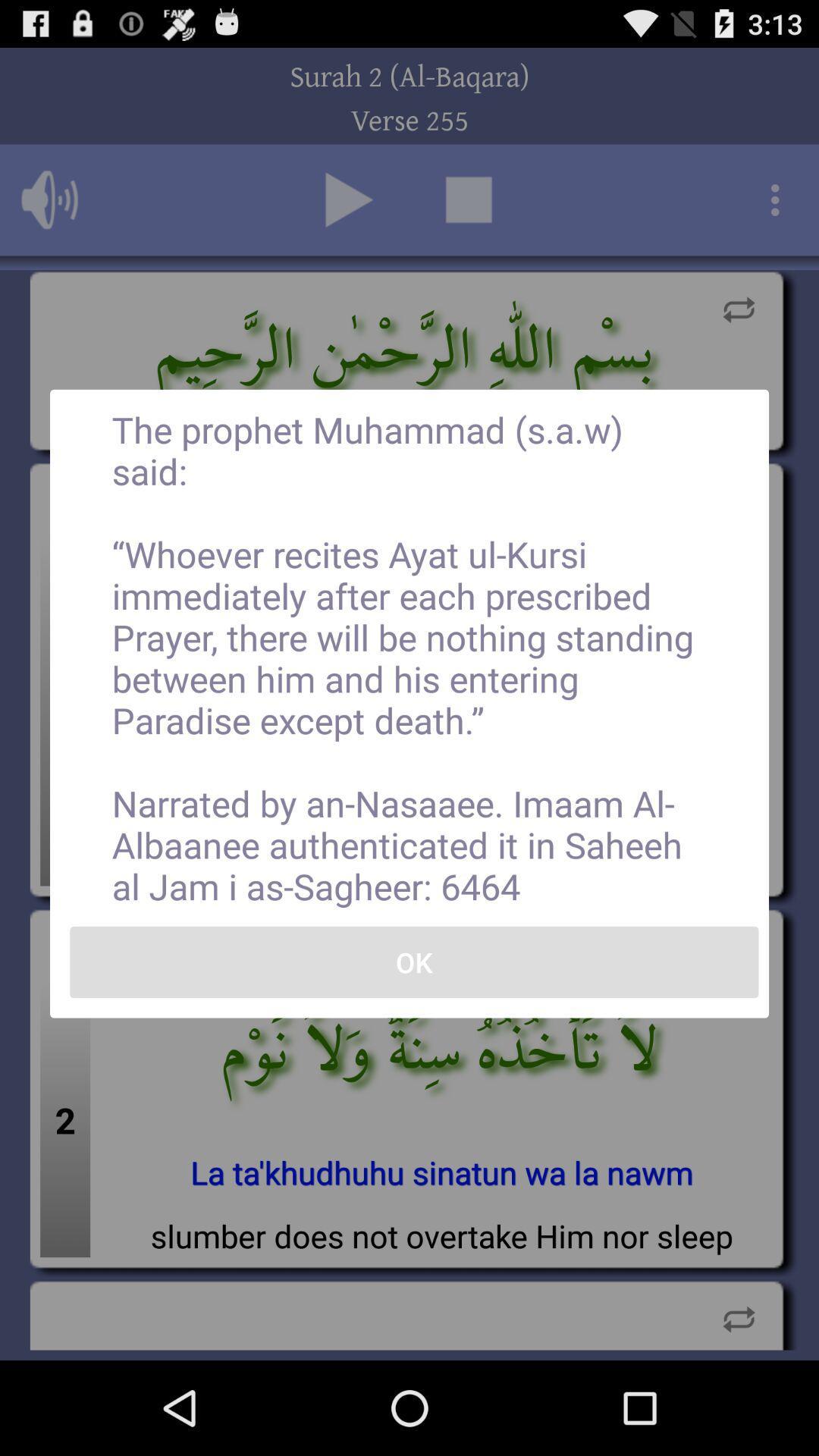 Image resolution: width=819 pixels, height=1456 pixels. Describe the element at coordinates (409, 657) in the screenshot. I see `the the prophet muhammad` at that location.